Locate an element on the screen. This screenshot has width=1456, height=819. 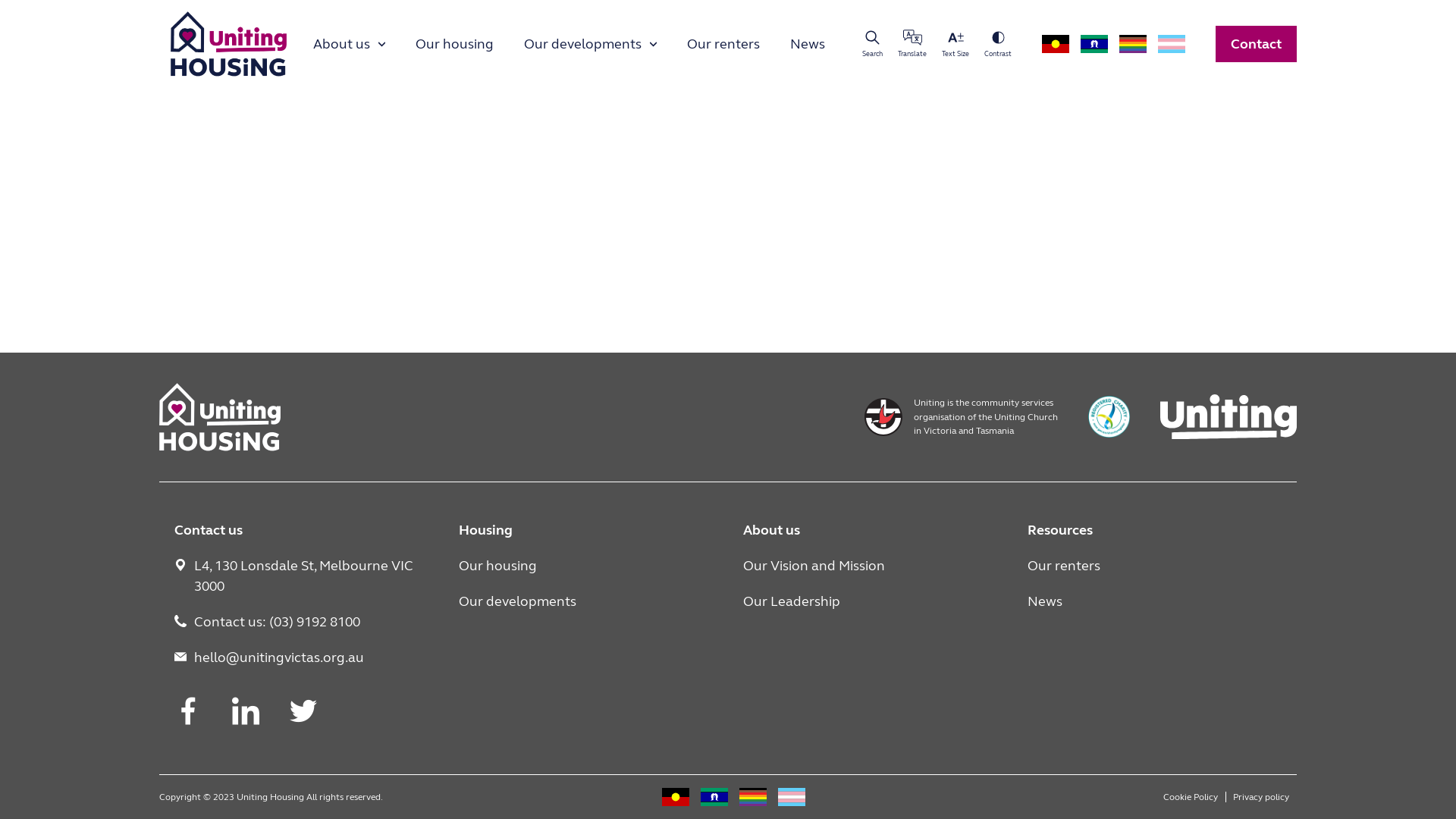
'Privacy policy' is located at coordinates (1260, 795).